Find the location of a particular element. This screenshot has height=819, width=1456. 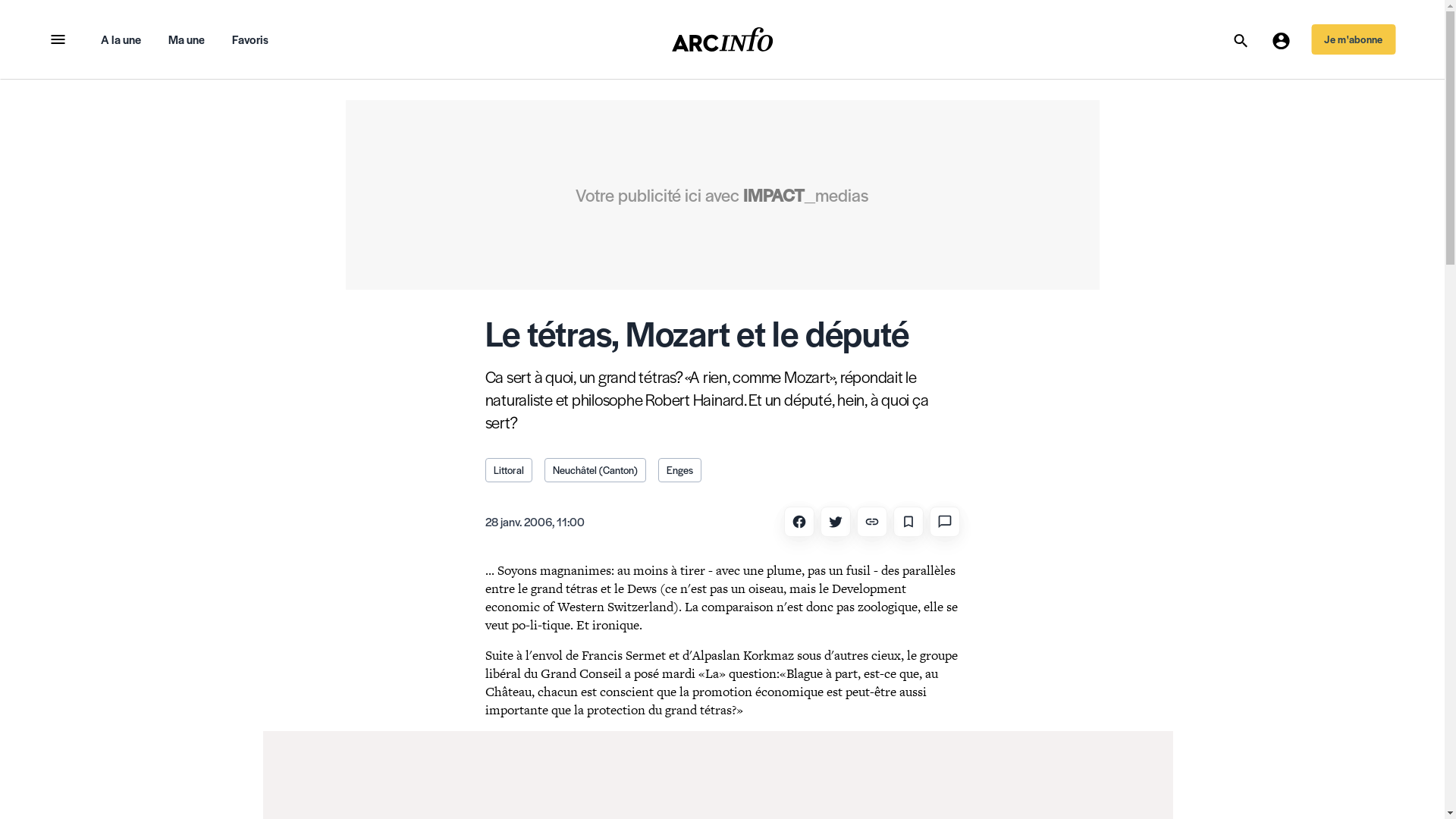

'Littoral' is located at coordinates (509, 469).